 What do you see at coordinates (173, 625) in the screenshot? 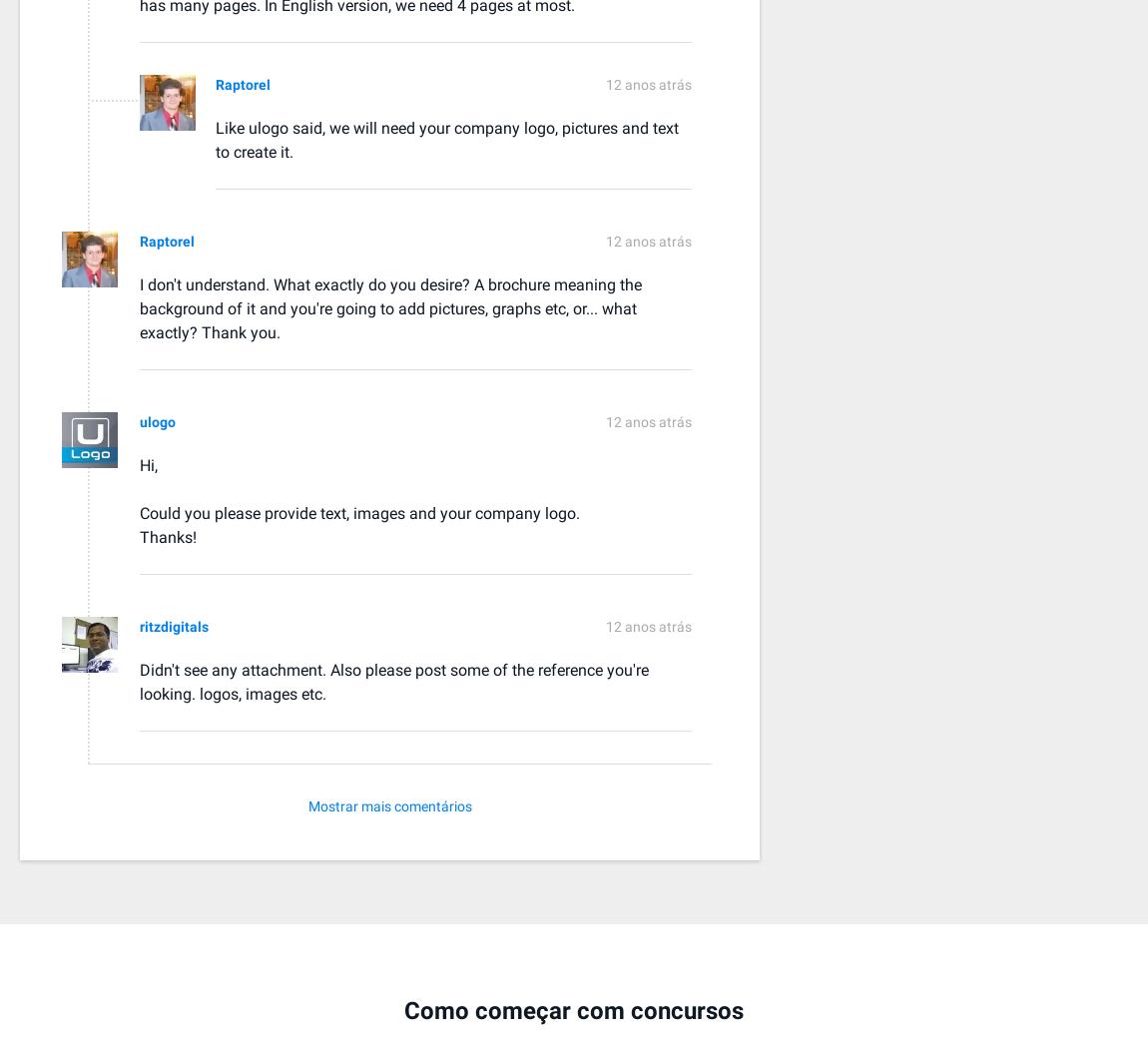
I see `'ritzdigitals'` at bounding box center [173, 625].